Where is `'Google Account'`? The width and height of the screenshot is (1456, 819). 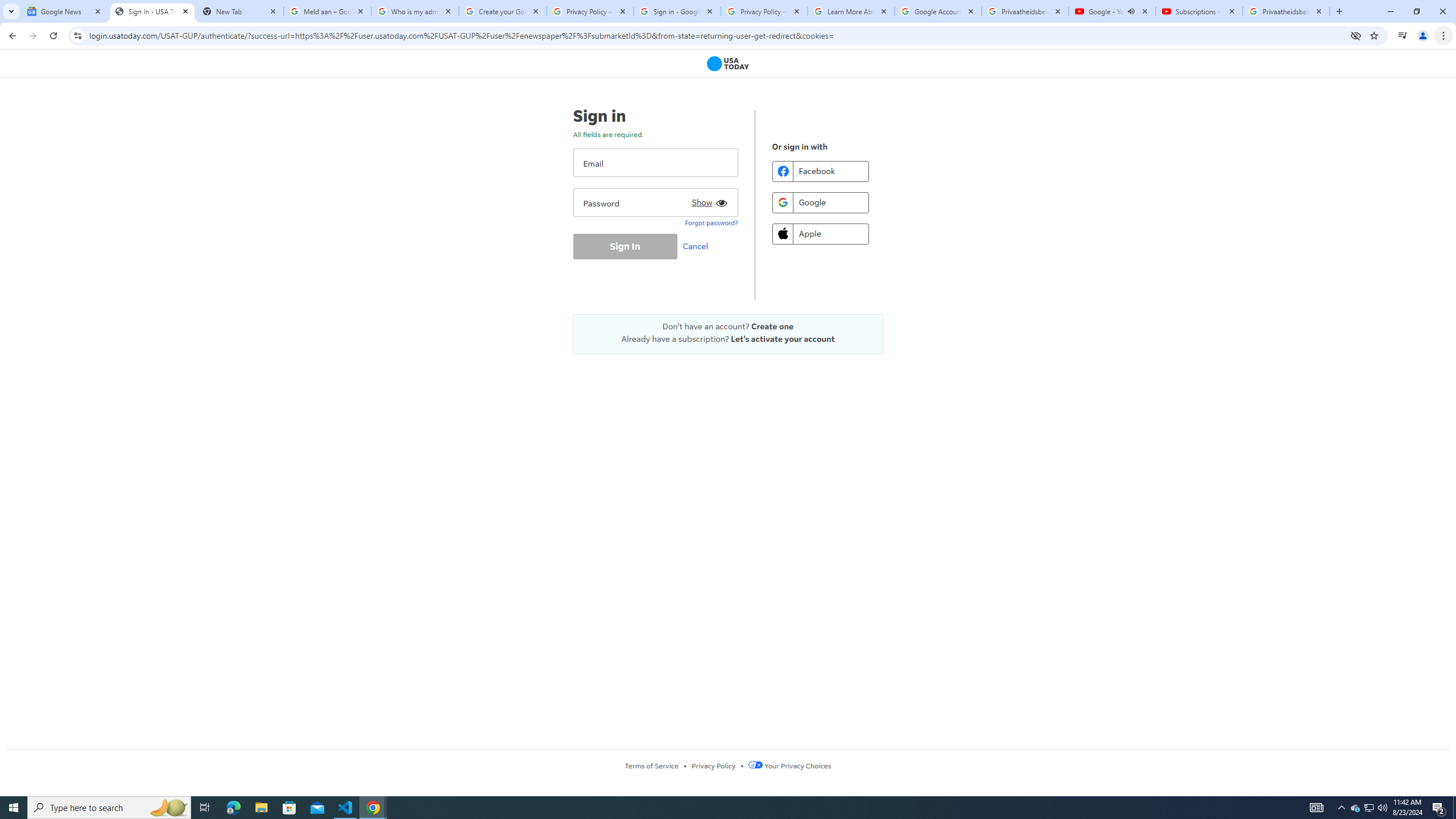 'Google Account' is located at coordinates (937, 11).